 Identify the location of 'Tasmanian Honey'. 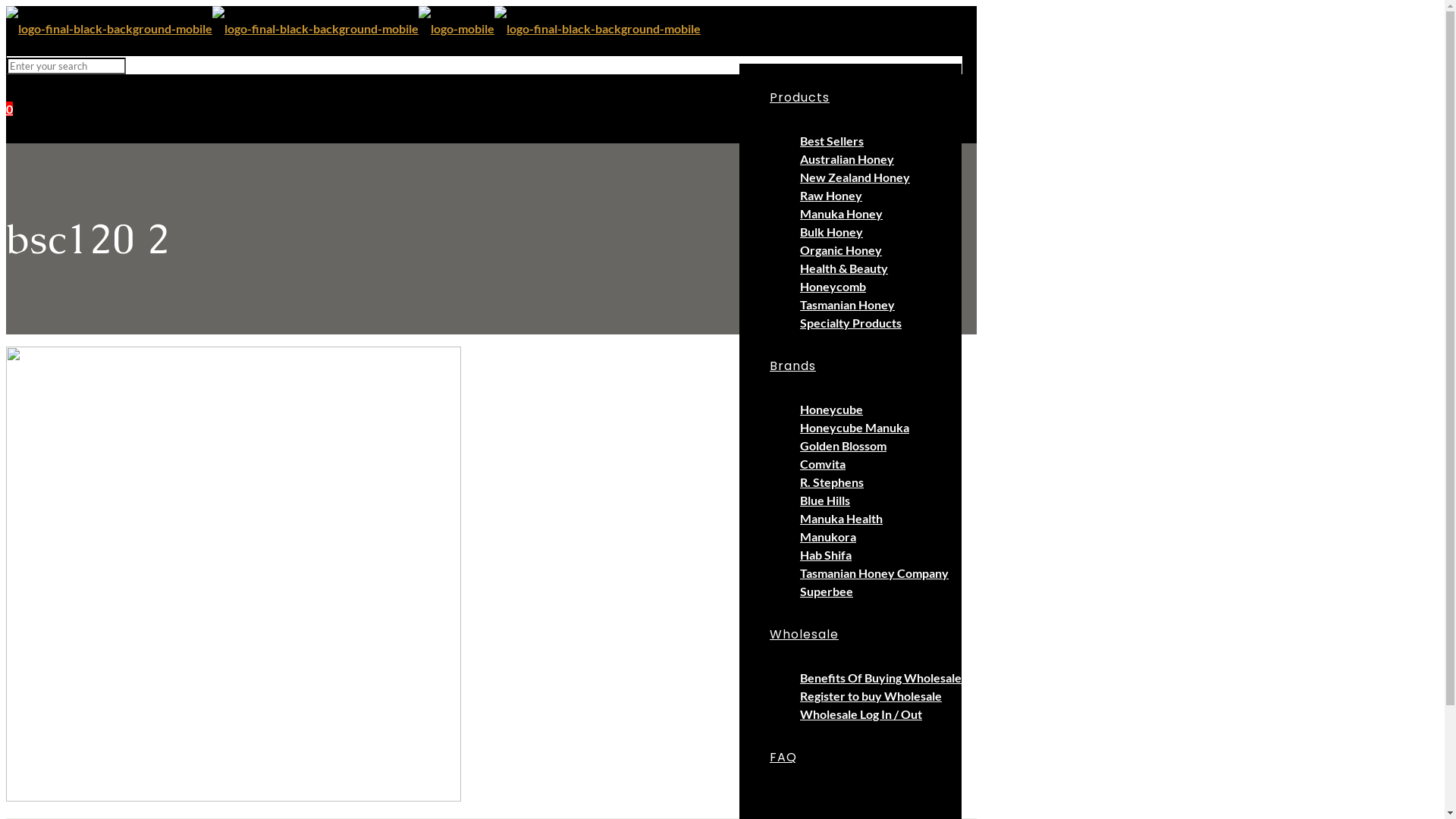
(799, 304).